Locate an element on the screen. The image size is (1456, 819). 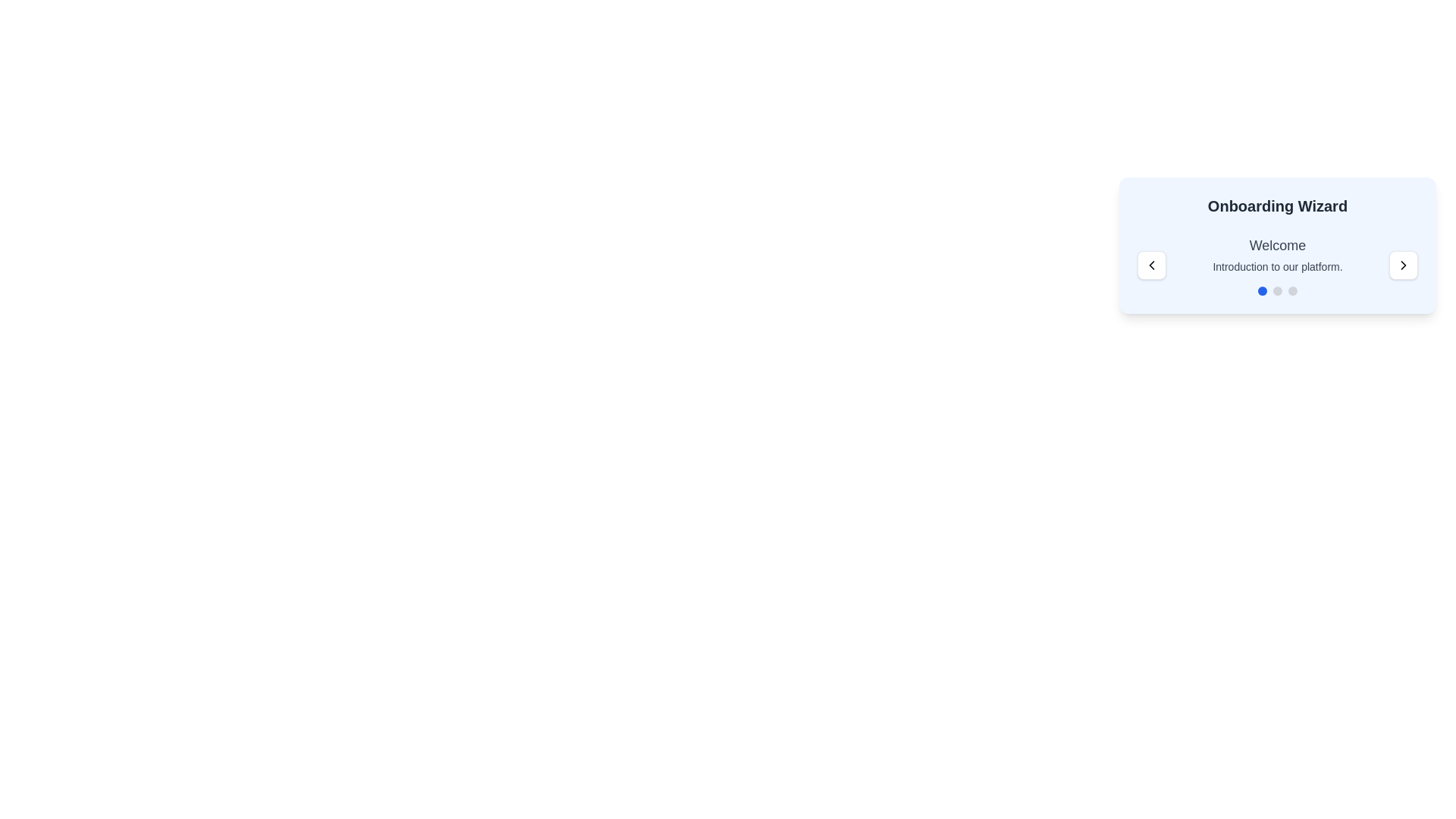
introductory text block that greets and informs the user about the platform, located centrally above the circular navigation indicators is located at coordinates (1276, 253).